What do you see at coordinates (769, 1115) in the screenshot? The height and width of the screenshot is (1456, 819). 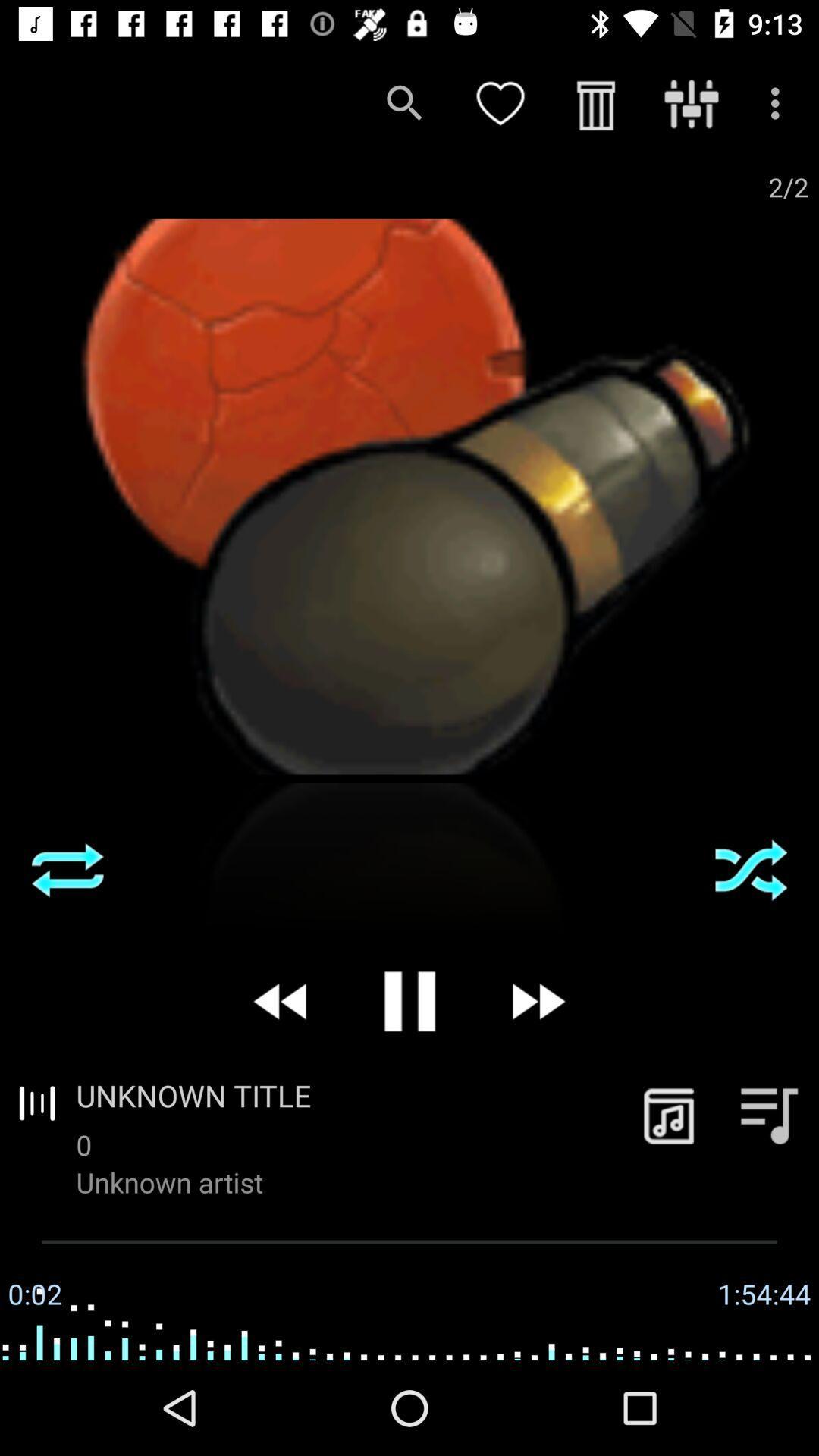 I see `playlists page` at bounding box center [769, 1115].